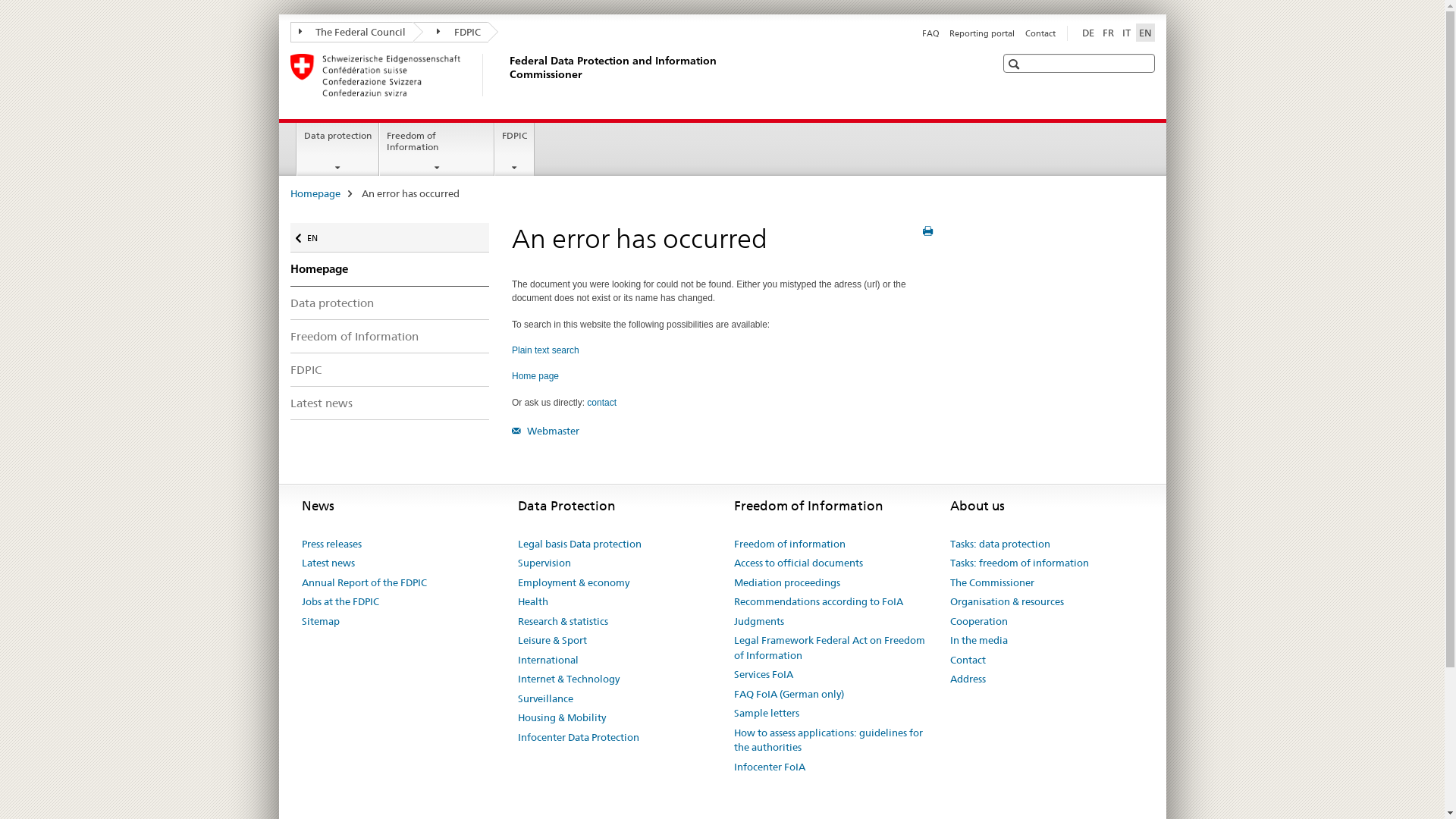  Describe the element at coordinates (830, 648) in the screenshot. I see `'Legal Framework Federal Act on Freedom of Information'` at that location.